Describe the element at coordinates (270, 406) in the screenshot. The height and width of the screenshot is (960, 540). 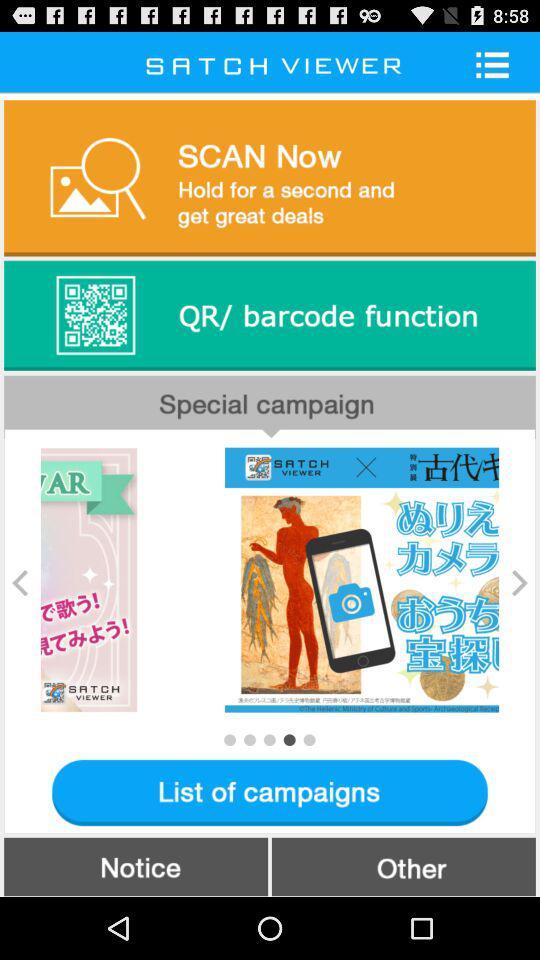
I see `special campaign` at that location.